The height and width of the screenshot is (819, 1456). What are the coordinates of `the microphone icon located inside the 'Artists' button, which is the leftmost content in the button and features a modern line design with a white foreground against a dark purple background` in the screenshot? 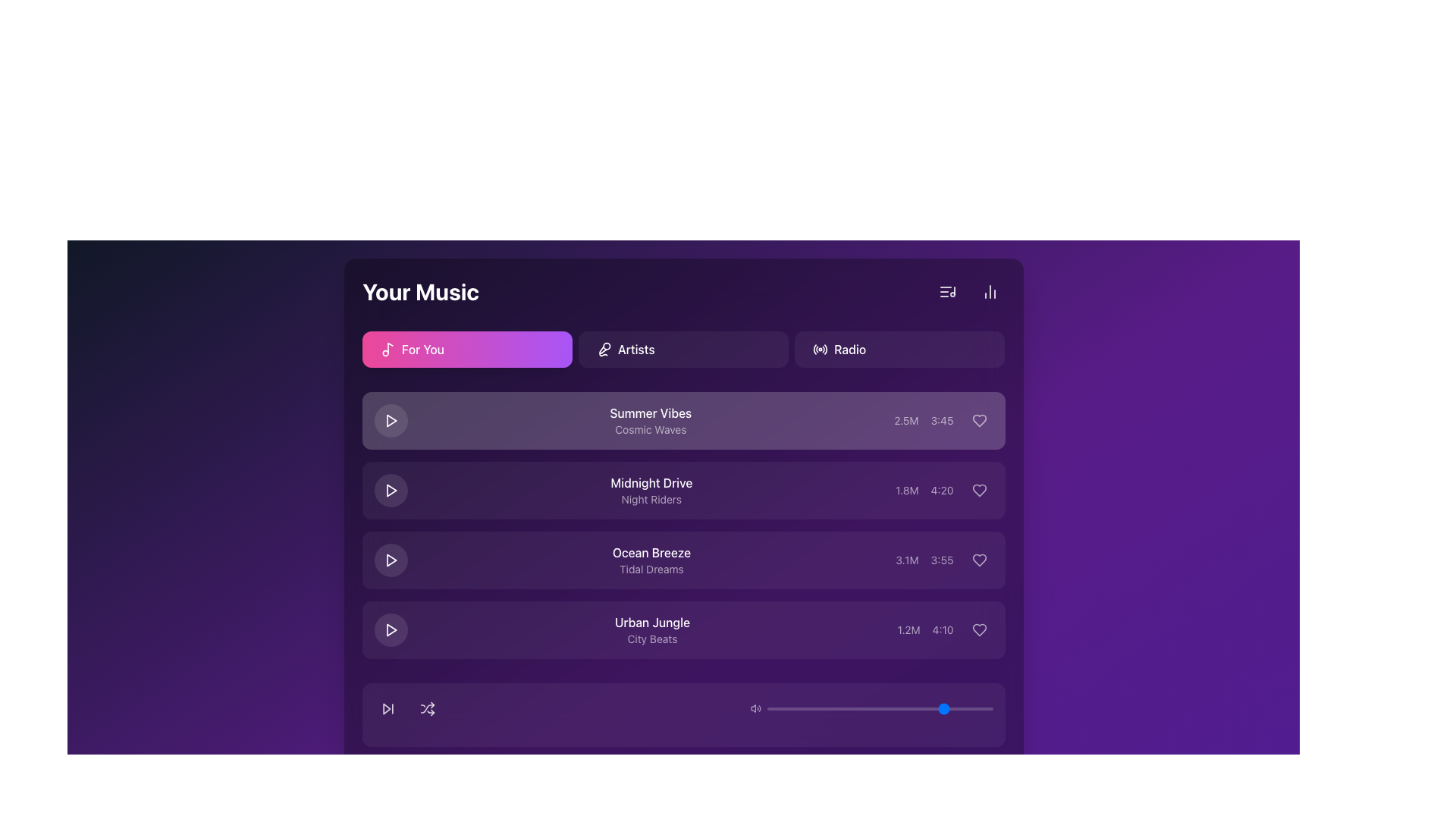 It's located at (603, 350).